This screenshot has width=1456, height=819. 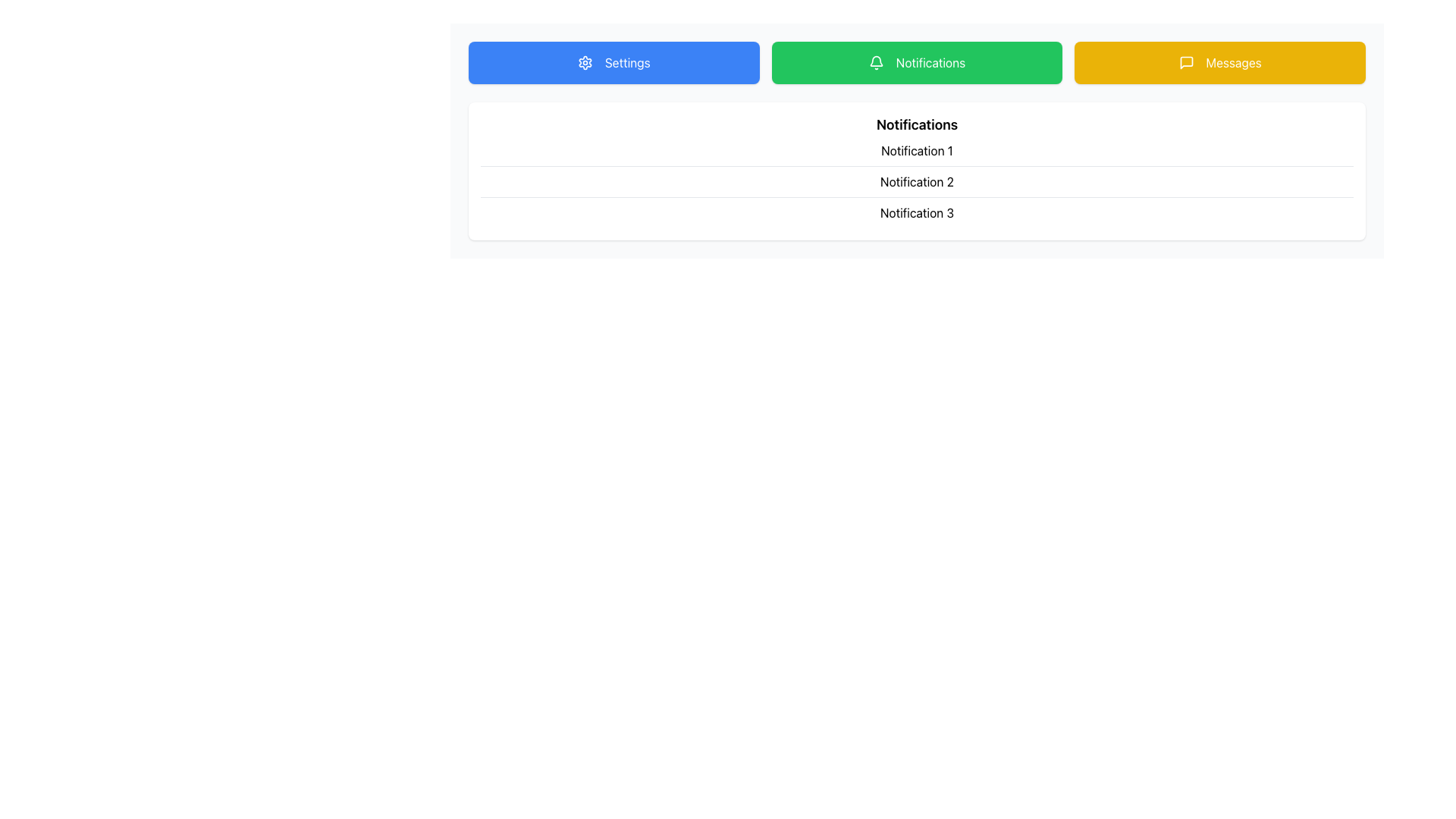 I want to click on the non-interactive text label displaying 'Notification 2' in the notifications list under the header 'Notifications', so click(x=916, y=181).